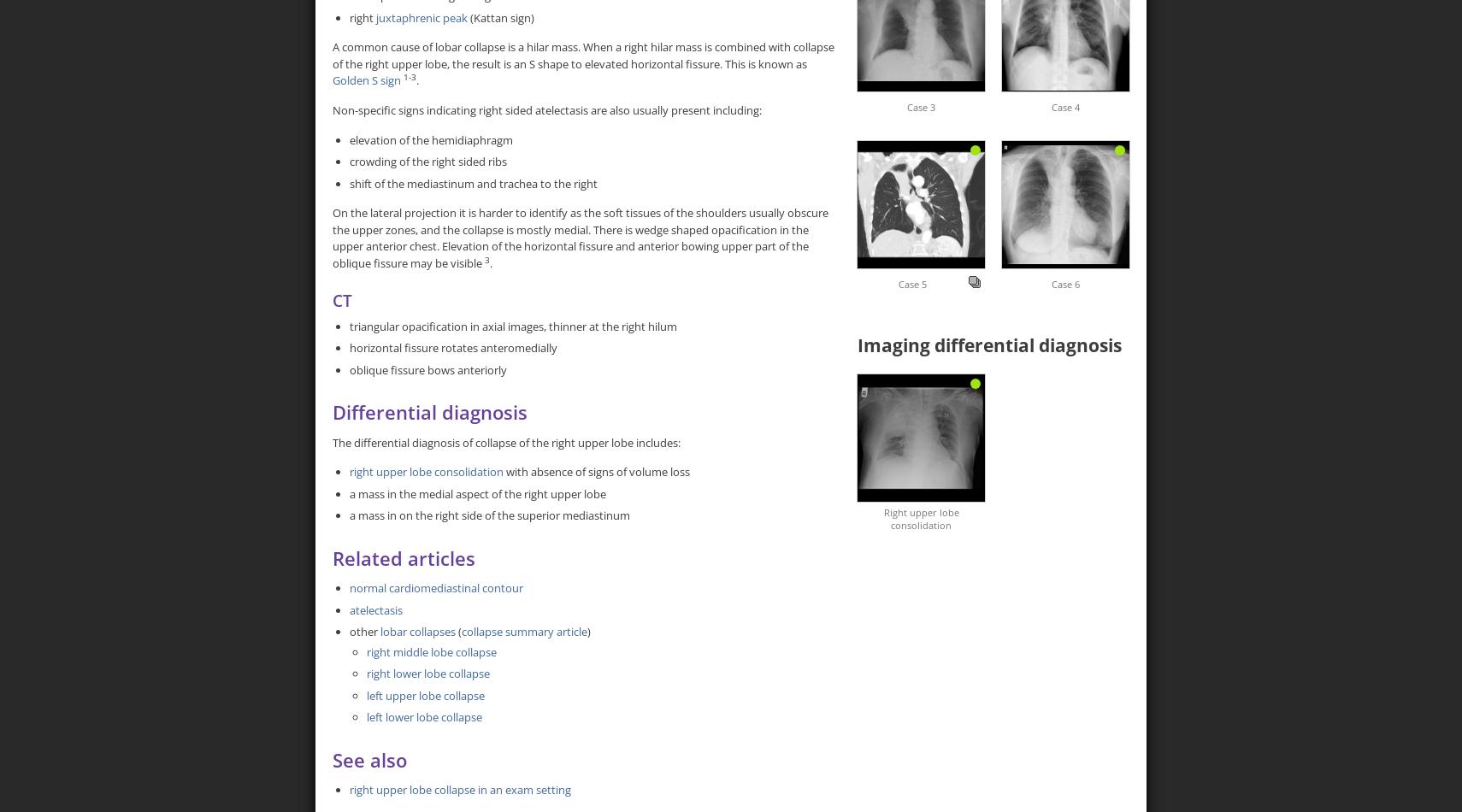 The image size is (1462, 812). Describe the element at coordinates (428, 368) in the screenshot. I see `'oblique fissure bows anteriorly'` at that location.